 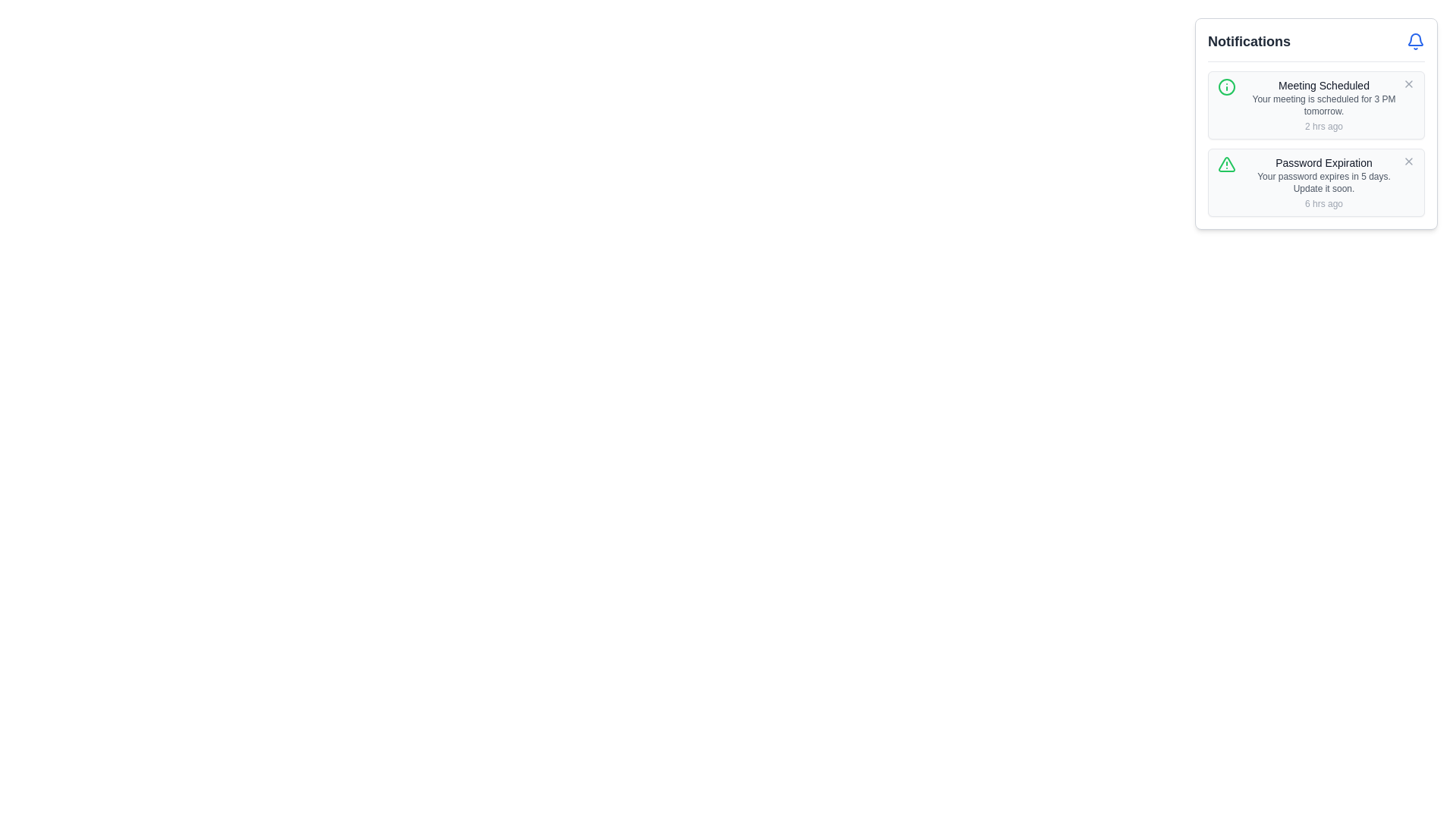 I want to click on the timestamp text element that indicates how long ago the associated notification was created, located beneath the notification titled 'Meeting Scheduled.', so click(x=1323, y=125).